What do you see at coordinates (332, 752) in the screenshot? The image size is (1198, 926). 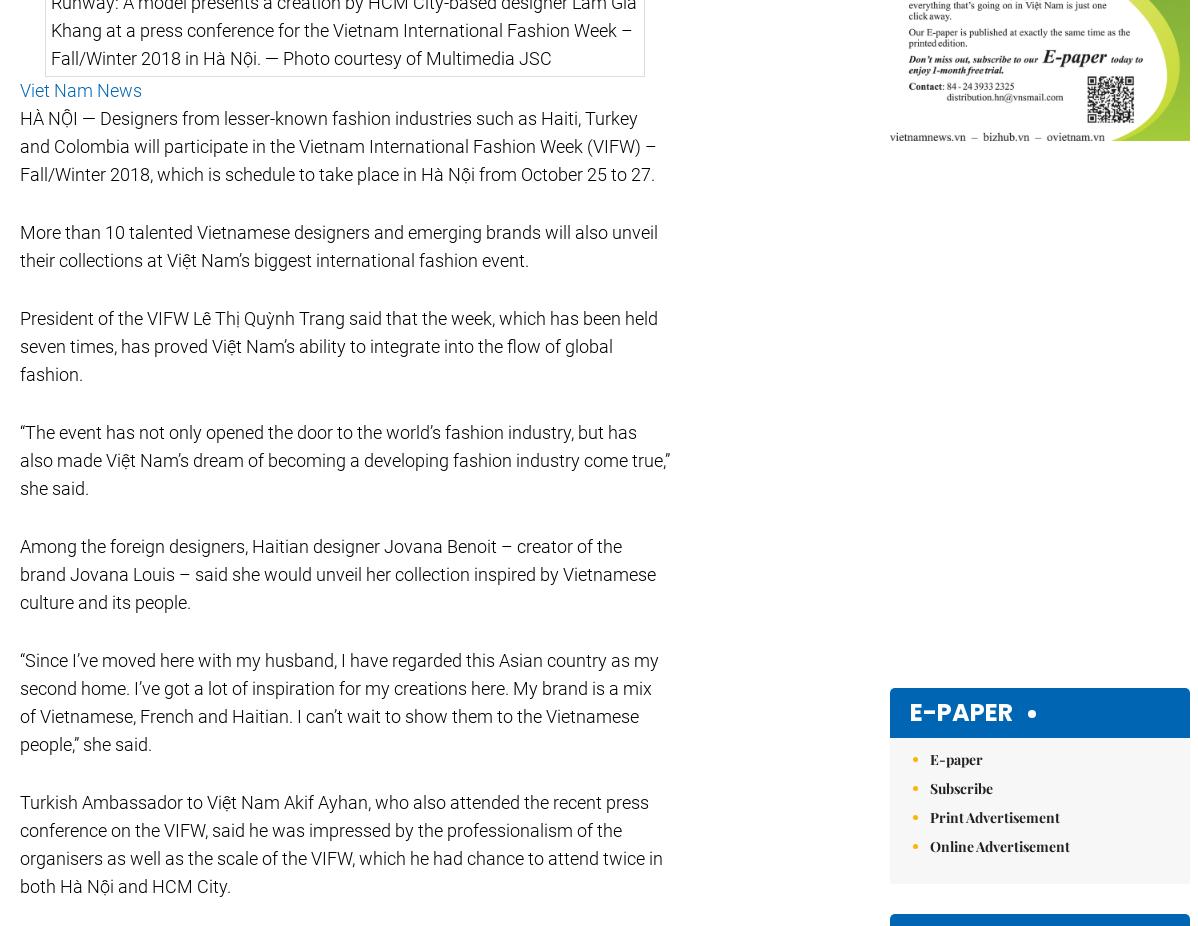 I see `'Op-Ed'` at bounding box center [332, 752].